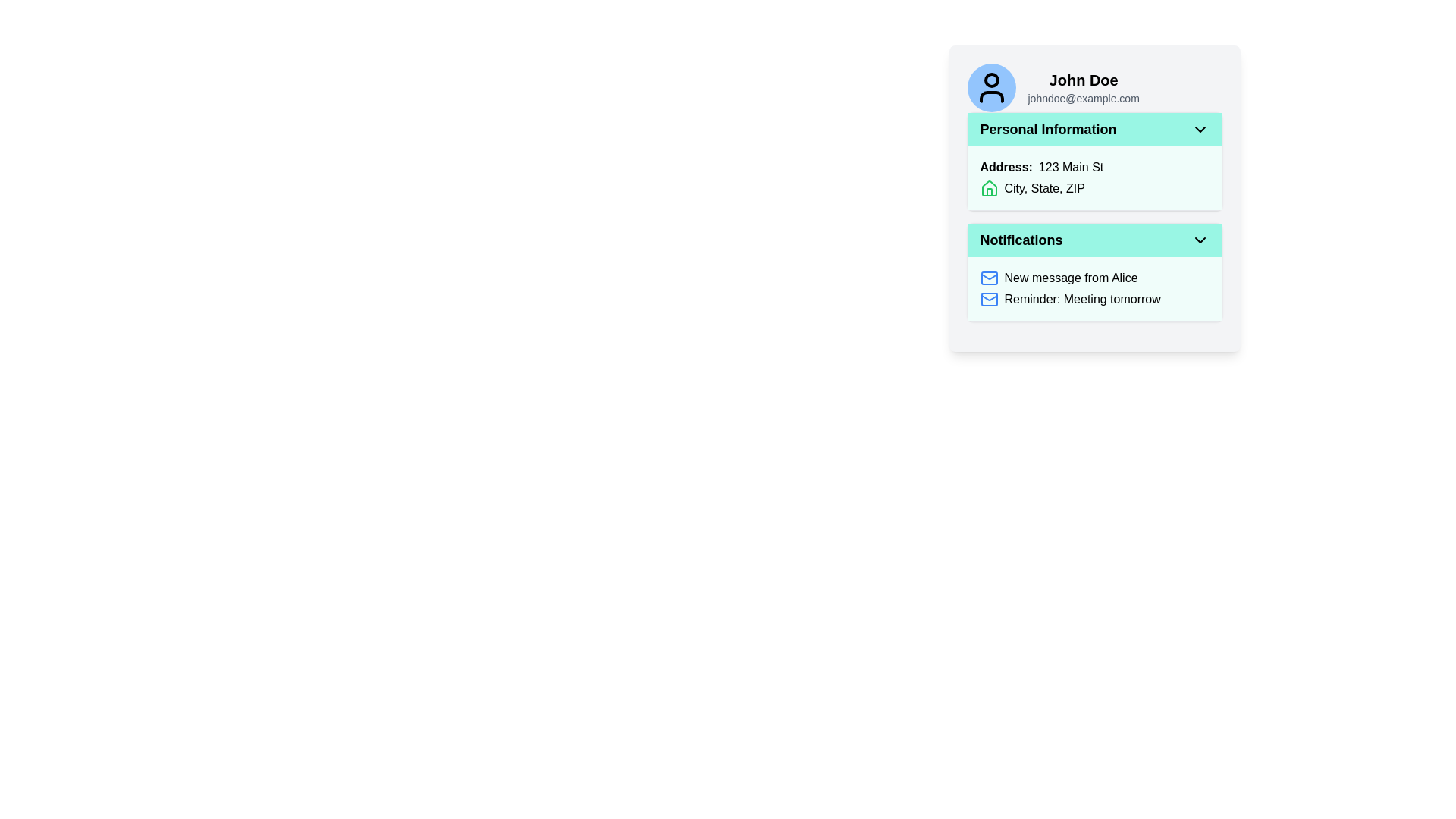 Image resolution: width=1456 pixels, height=819 pixels. What do you see at coordinates (989, 278) in the screenshot?
I see `the main rectangular body of the envelope icon in the Notifications section of the user profile card` at bounding box center [989, 278].